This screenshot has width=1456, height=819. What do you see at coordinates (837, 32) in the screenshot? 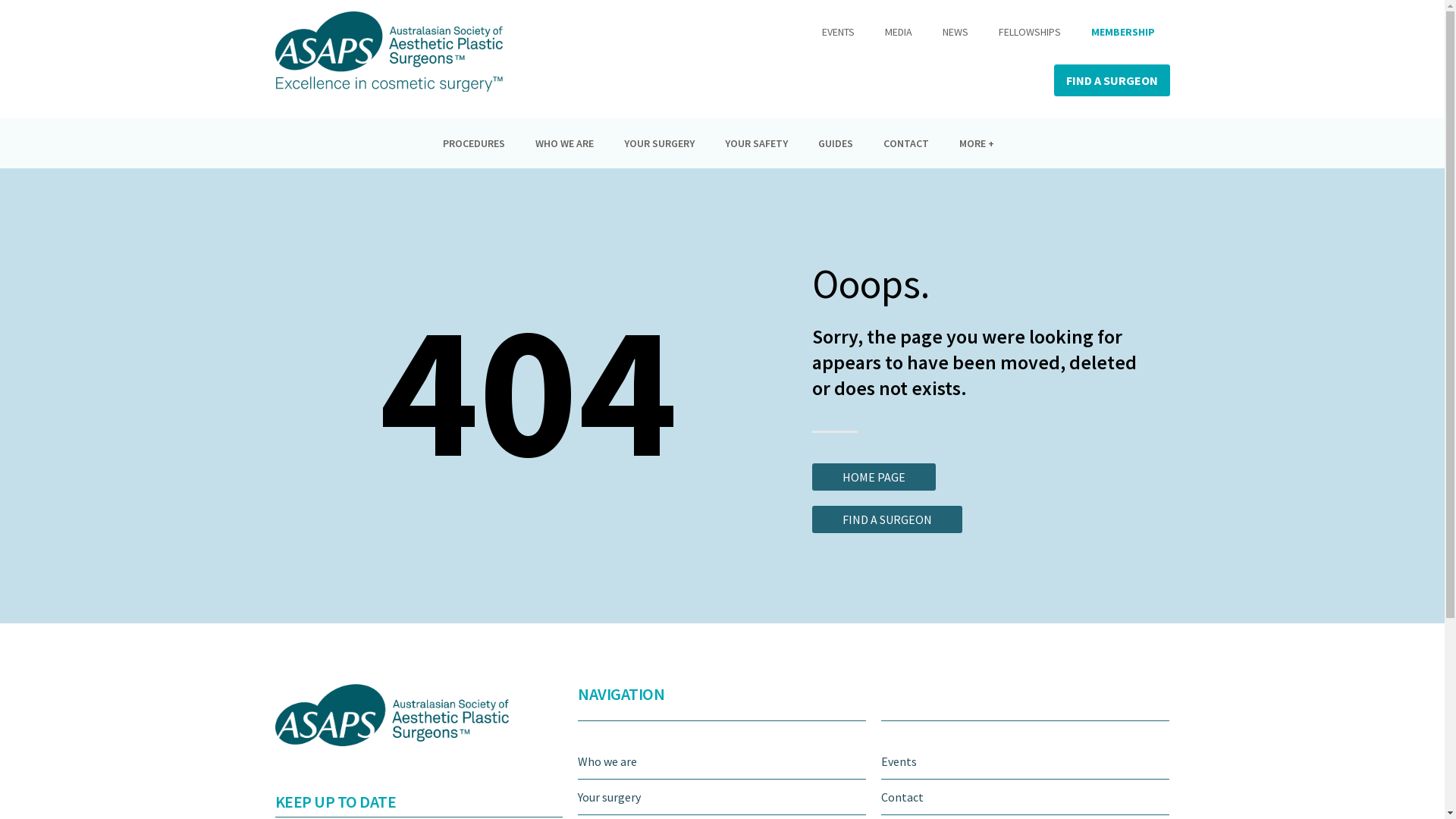
I see `'EVENTS'` at bounding box center [837, 32].